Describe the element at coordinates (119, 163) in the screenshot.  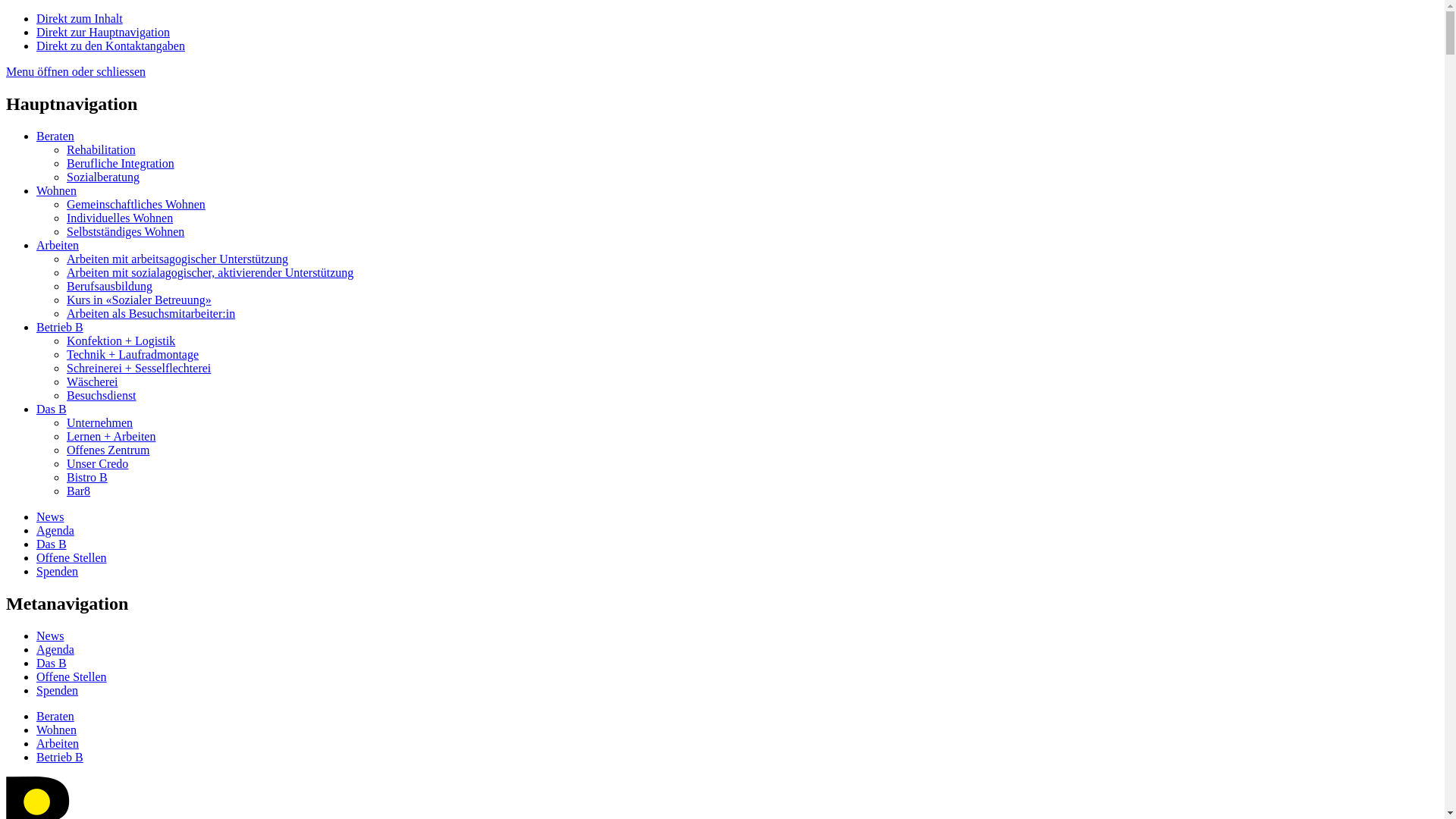
I see `'Berufliche Integration'` at that location.